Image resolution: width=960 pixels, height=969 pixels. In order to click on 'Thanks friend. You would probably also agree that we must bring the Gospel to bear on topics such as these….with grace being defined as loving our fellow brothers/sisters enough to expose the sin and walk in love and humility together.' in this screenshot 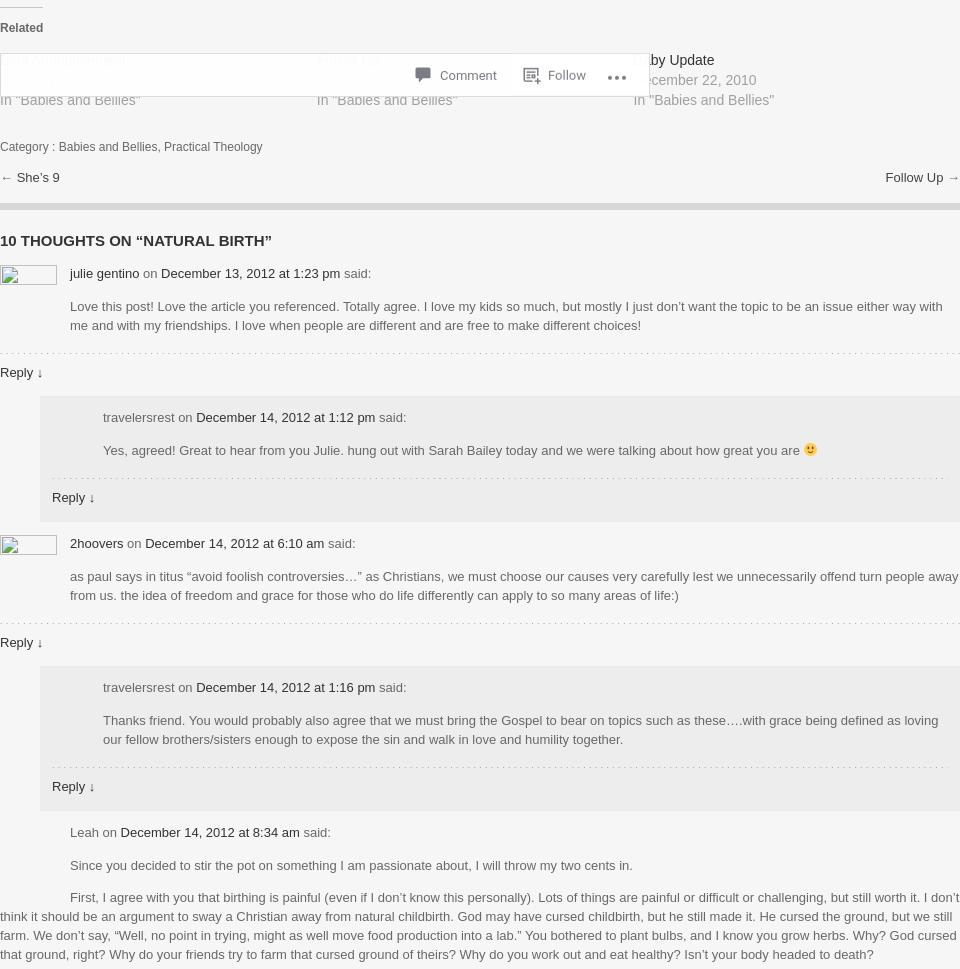, I will do `click(519, 728)`.